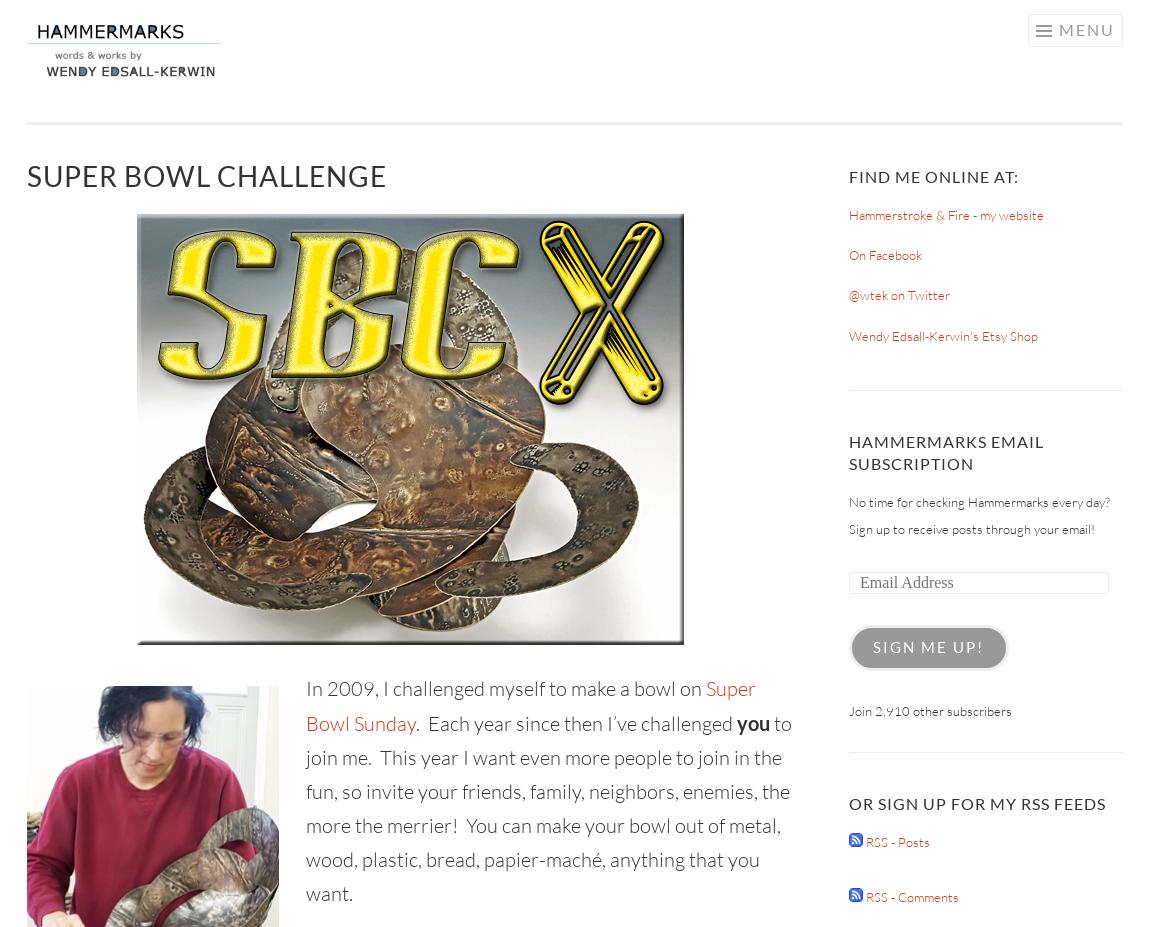  I want to click on 'Find Me Online At:', so click(848, 176).